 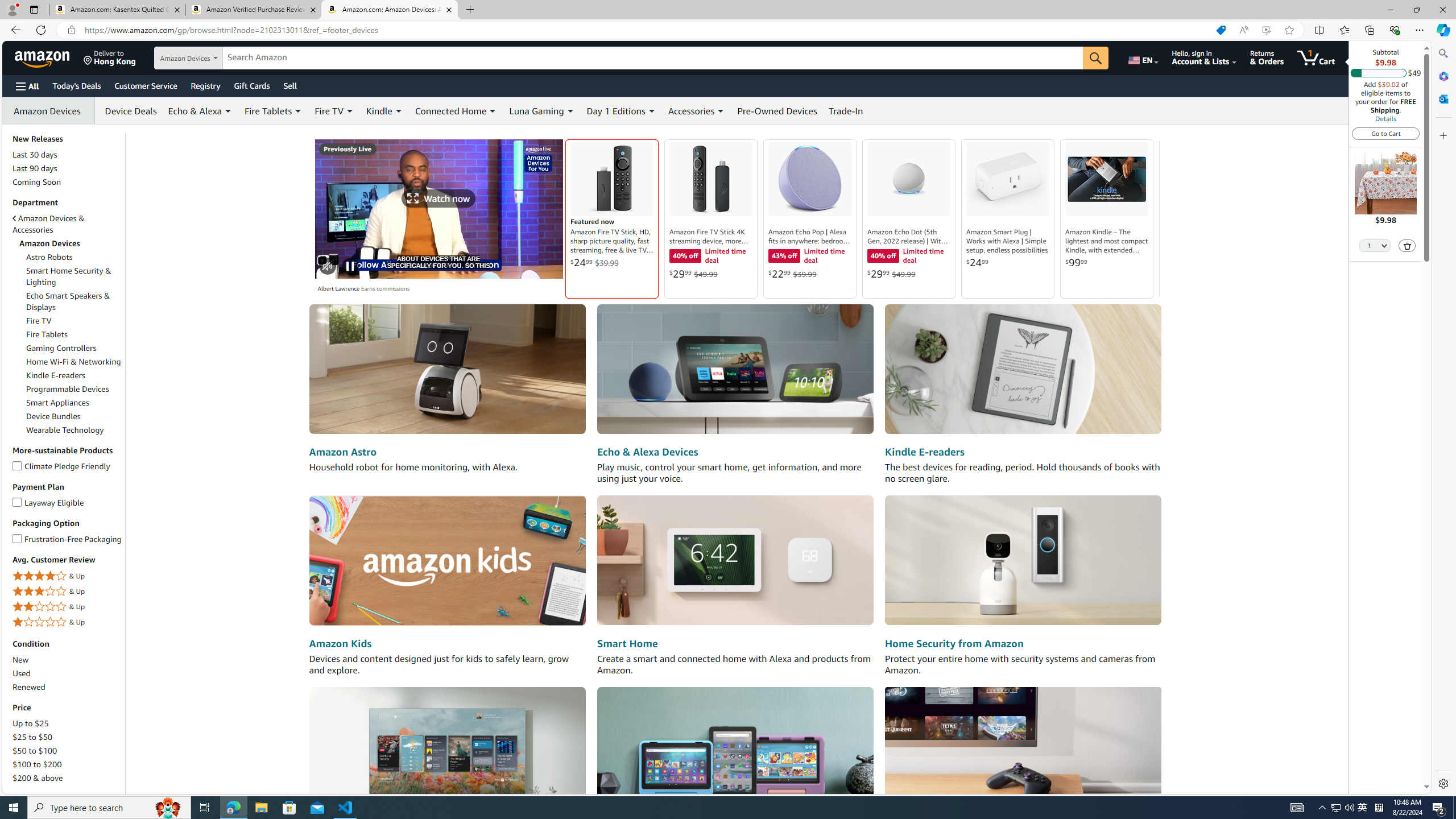 What do you see at coordinates (67, 723) in the screenshot?
I see `'Up to $25'` at bounding box center [67, 723].